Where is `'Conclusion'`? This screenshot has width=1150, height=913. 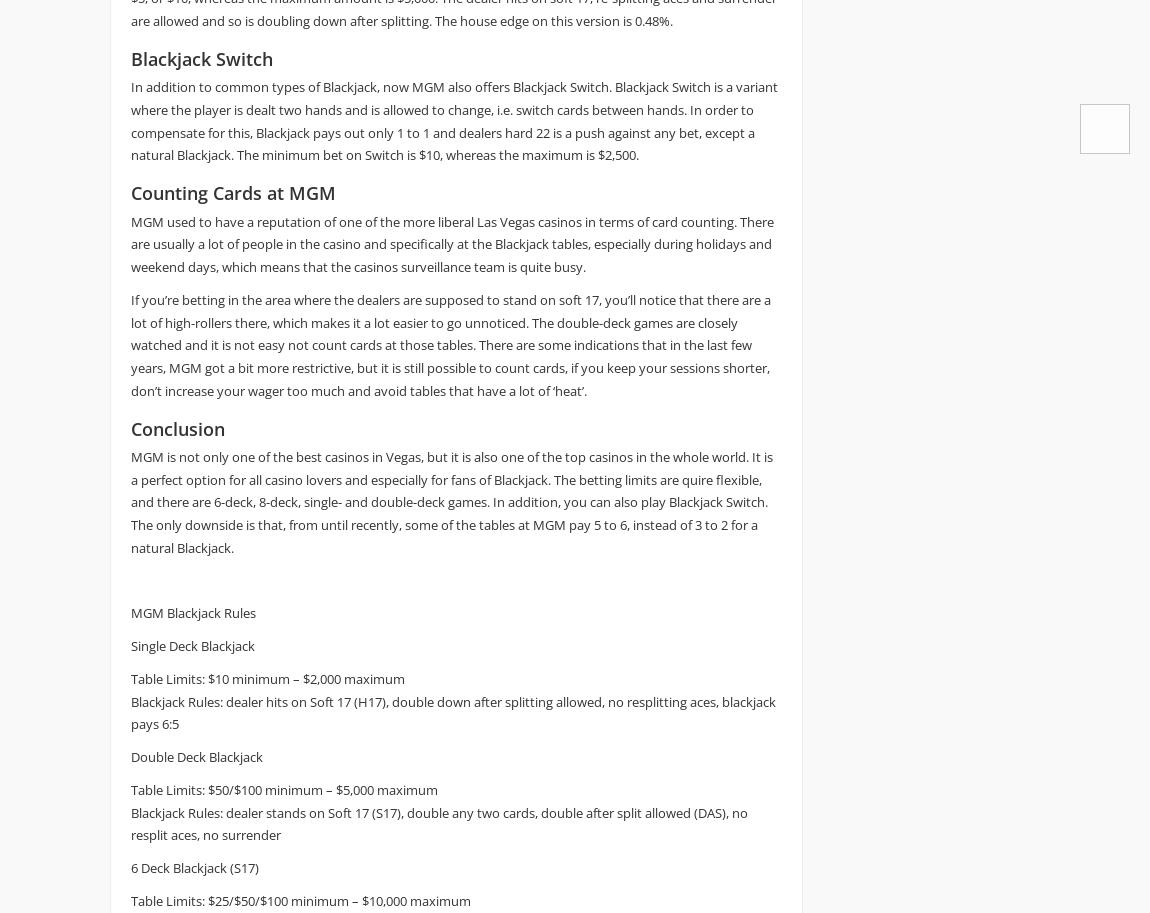 'Conclusion' is located at coordinates (129, 428).